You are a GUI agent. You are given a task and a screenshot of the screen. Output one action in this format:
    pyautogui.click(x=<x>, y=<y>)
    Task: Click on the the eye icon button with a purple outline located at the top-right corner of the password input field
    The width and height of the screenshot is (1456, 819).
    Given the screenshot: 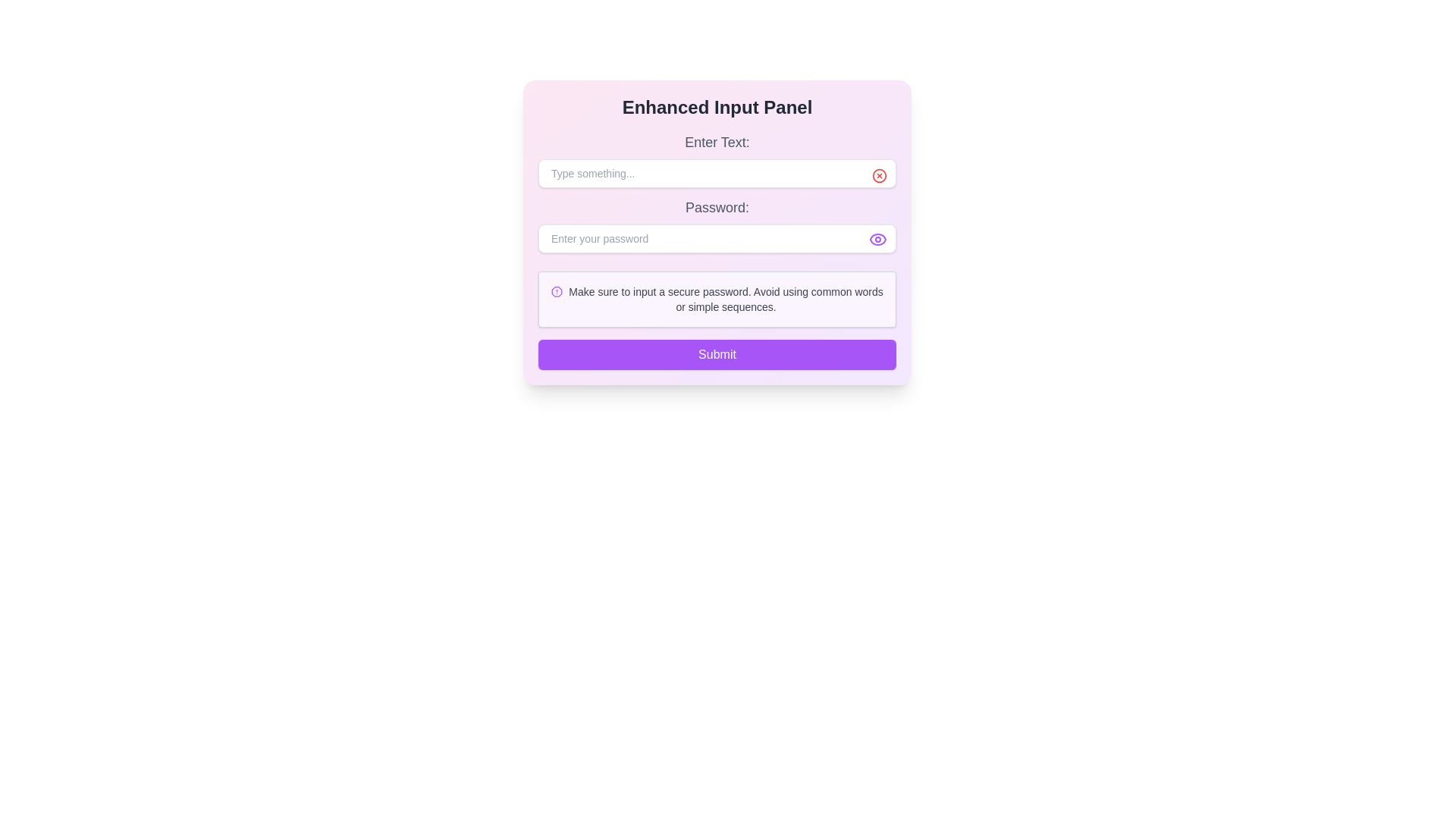 What is the action you would take?
    pyautogui.click(x=877, y=239)
    